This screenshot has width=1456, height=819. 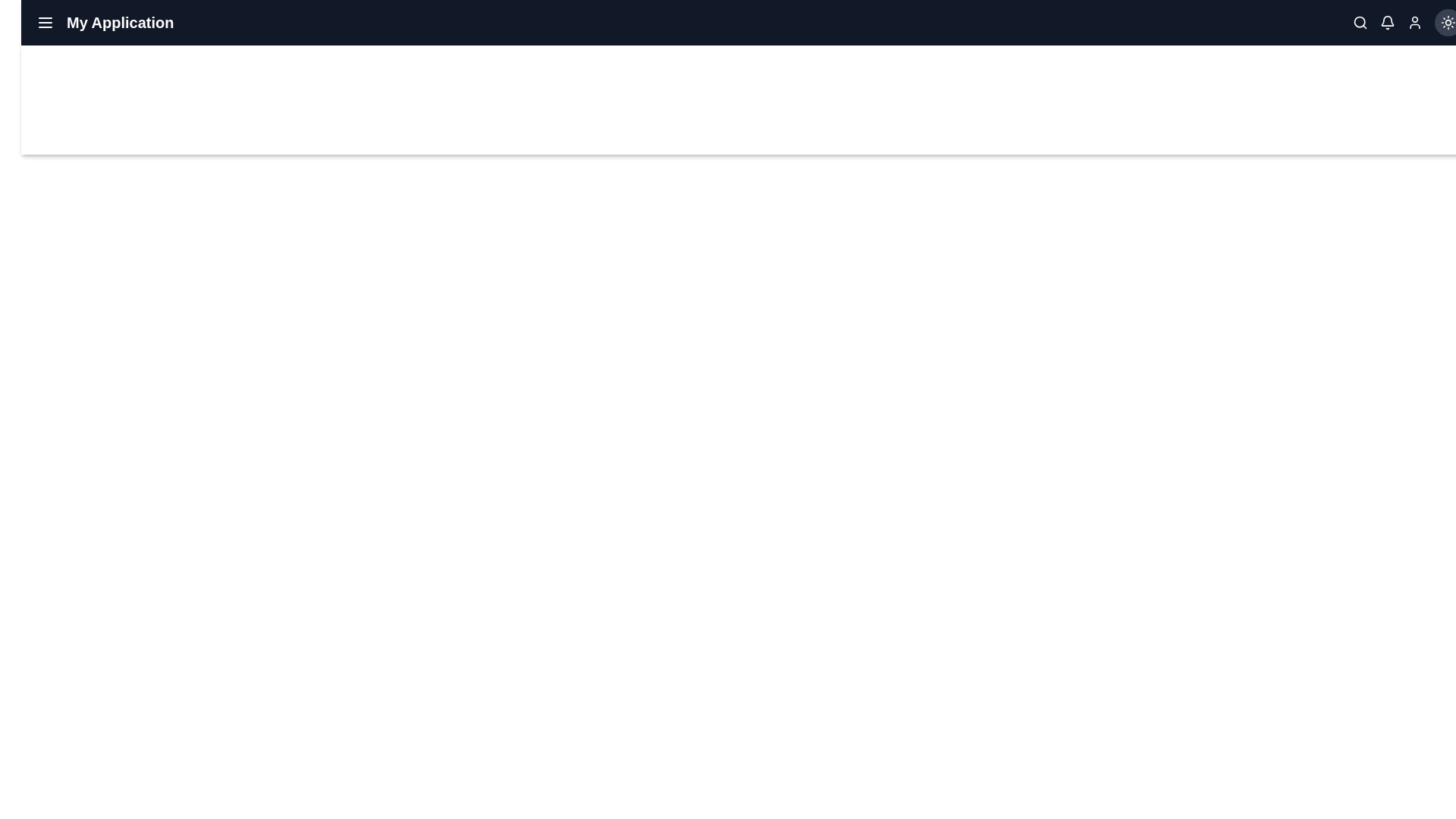 I want to click on the Notification bell icon located at the top-right corner of the interface, so click(x=1387, y=20).